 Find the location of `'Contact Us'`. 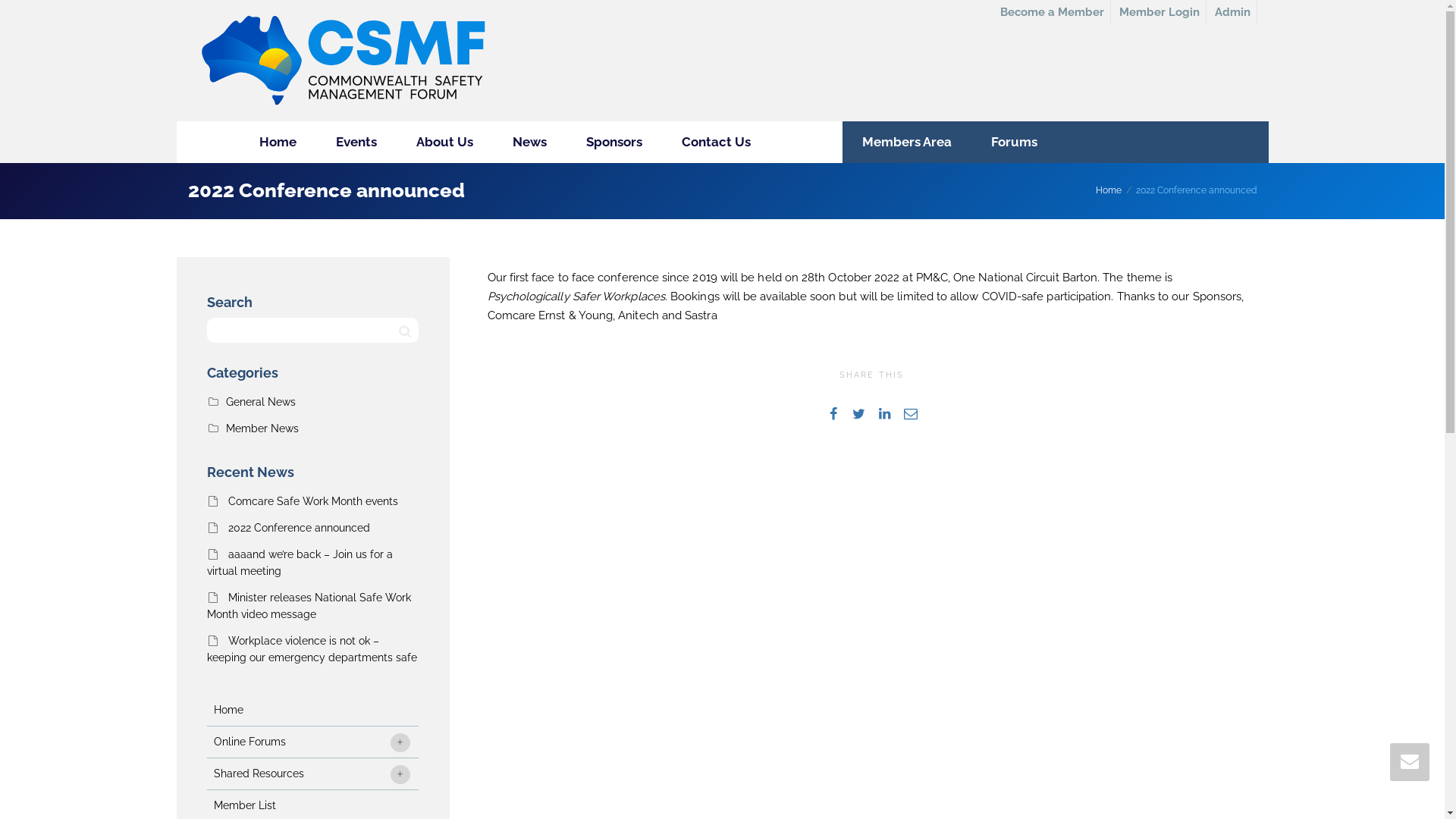

'Contact Us' is located at coordinates (714, 142).